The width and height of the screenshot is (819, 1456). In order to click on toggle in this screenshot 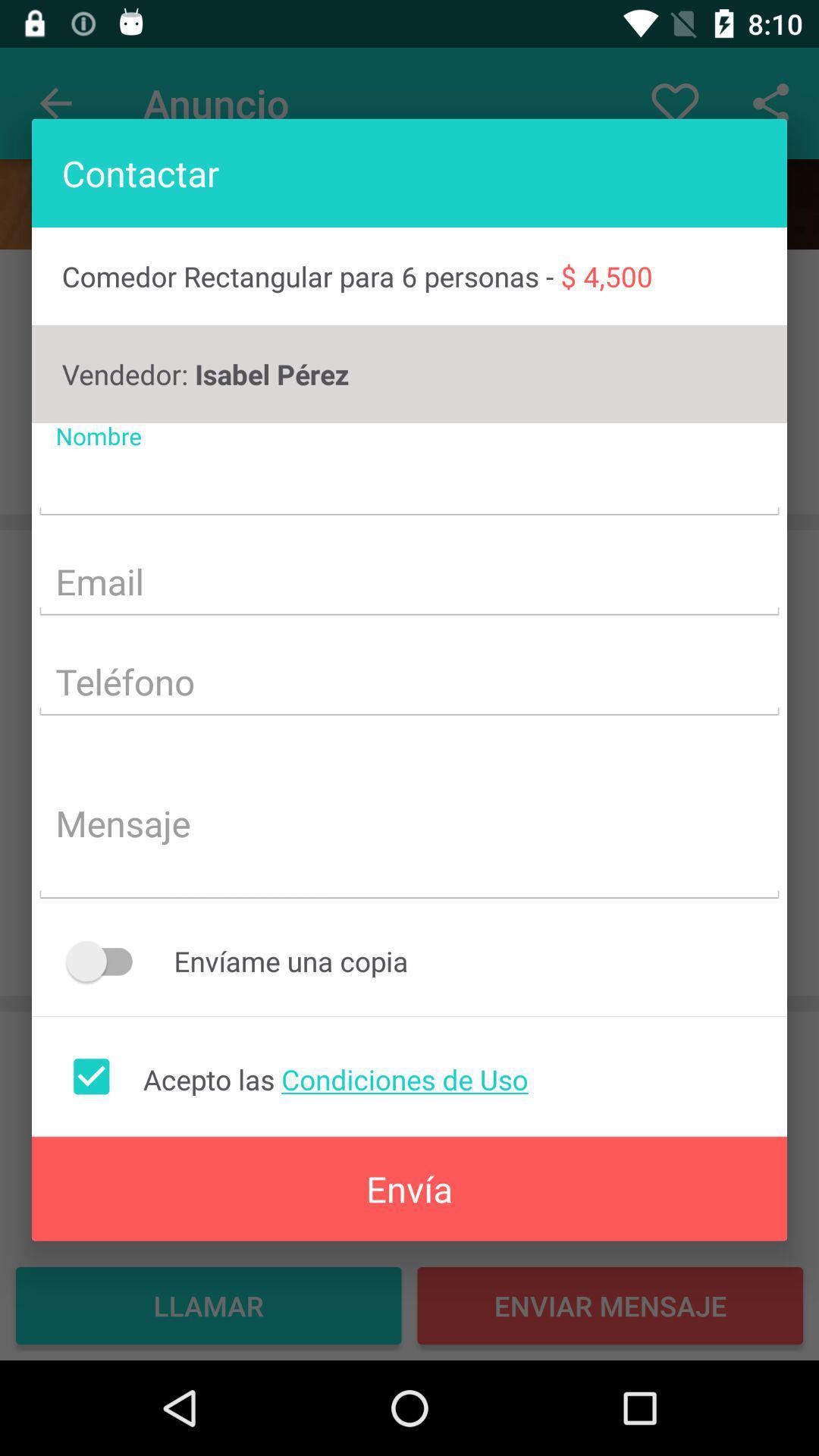, I will do `click(106, 960)`.